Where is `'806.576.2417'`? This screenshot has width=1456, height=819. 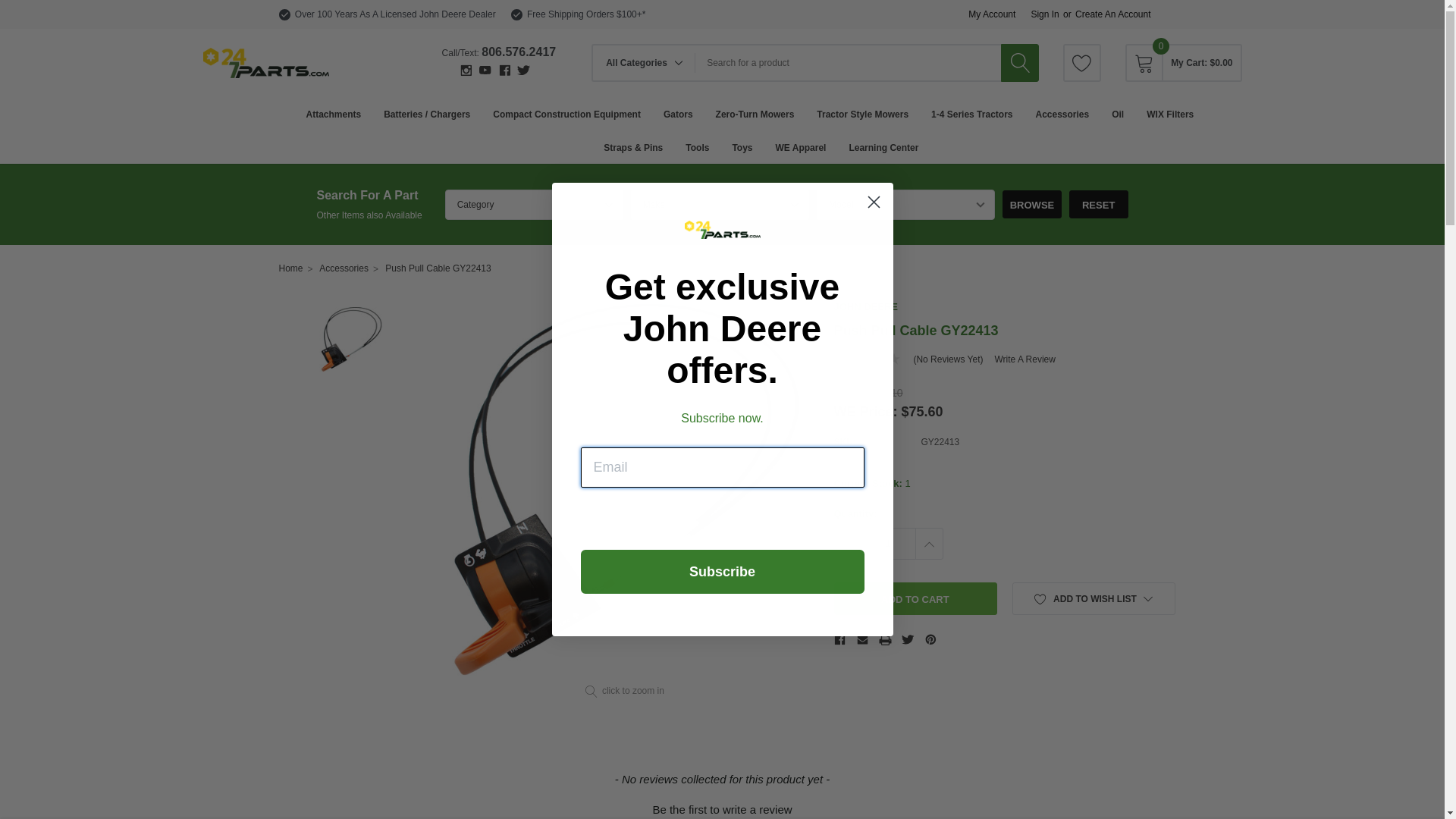
'806.576.2417' is located at coordinates (519, 51).